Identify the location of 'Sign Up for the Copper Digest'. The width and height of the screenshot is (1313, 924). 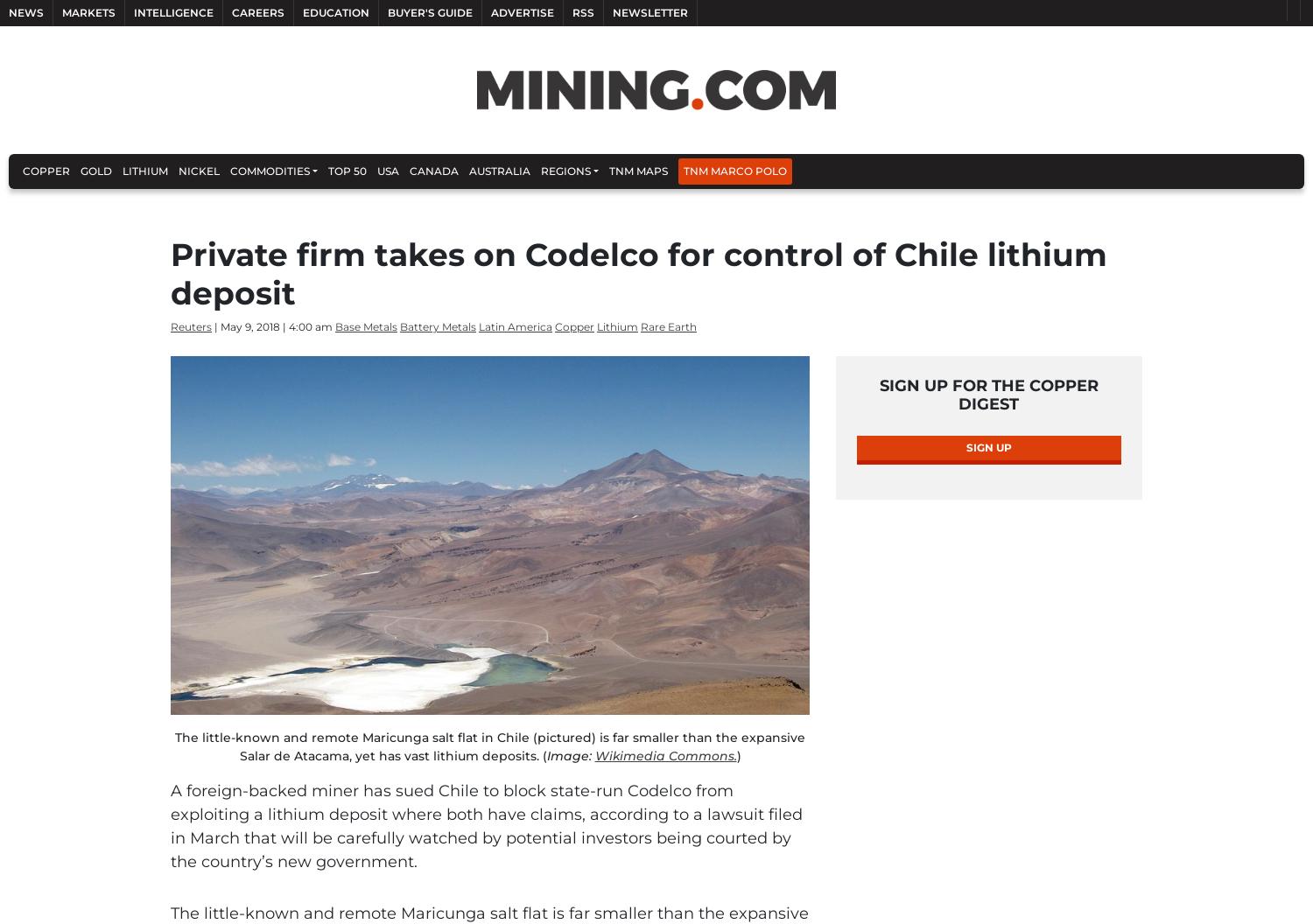
(988, 395).